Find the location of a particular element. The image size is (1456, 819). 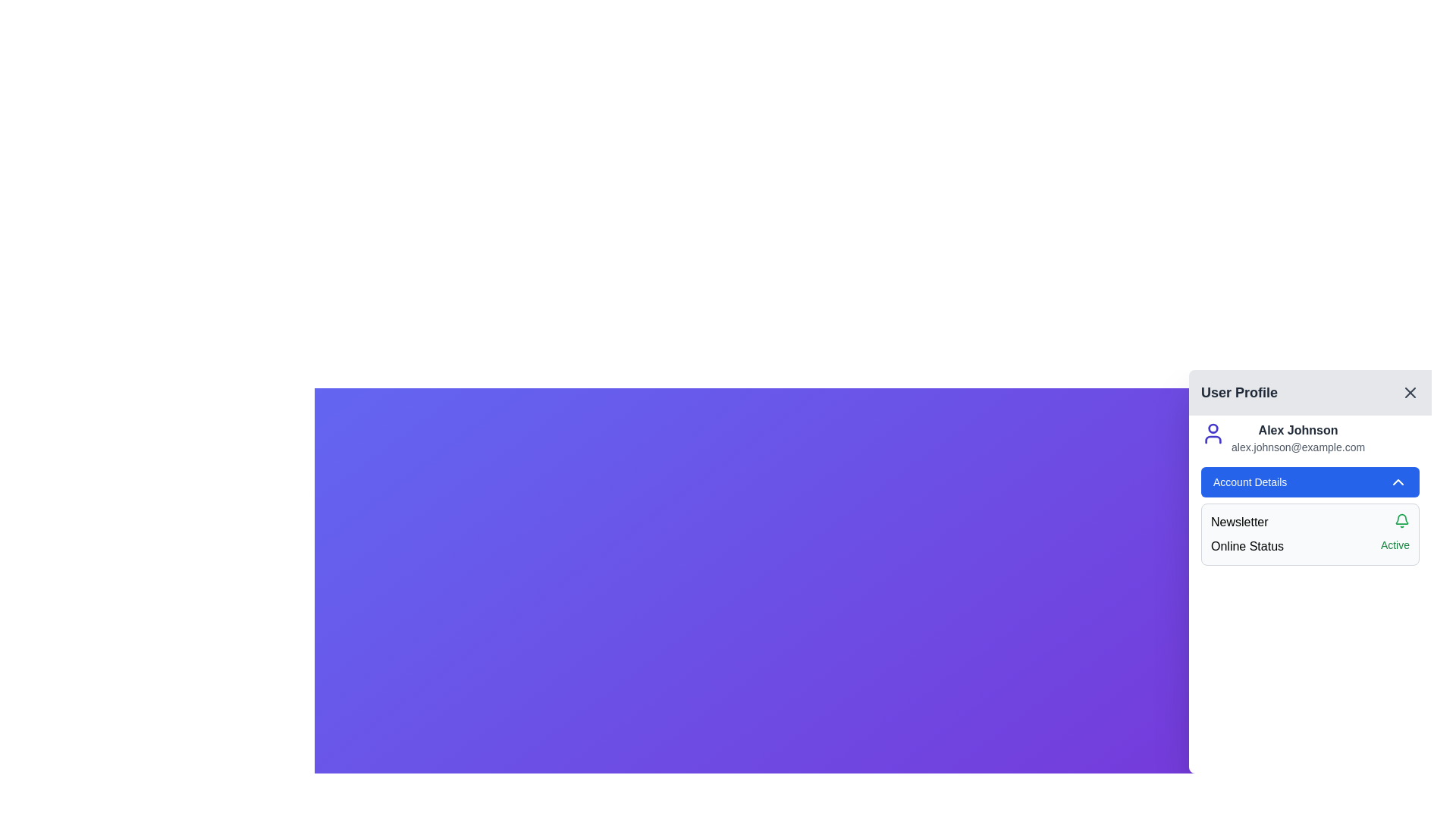

the email address displayed in the user profile panel, which is located beneath the 'User Profile' heading is located at coordinates (1310, 438).